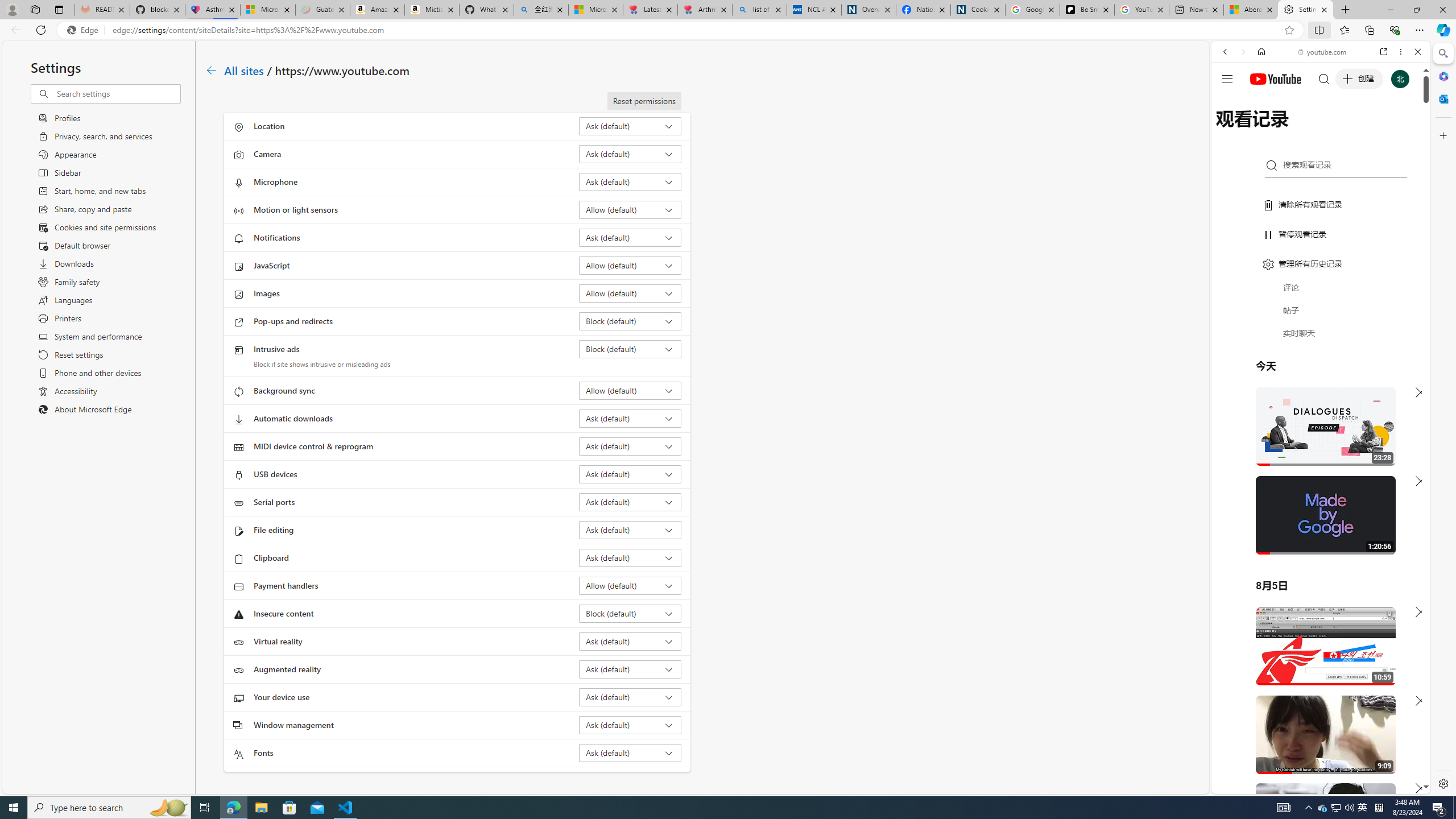  What do you see at coordinates (1230, 130) in the screenshot?
I see `'WEB  '` at bounding box center [1230, 130].